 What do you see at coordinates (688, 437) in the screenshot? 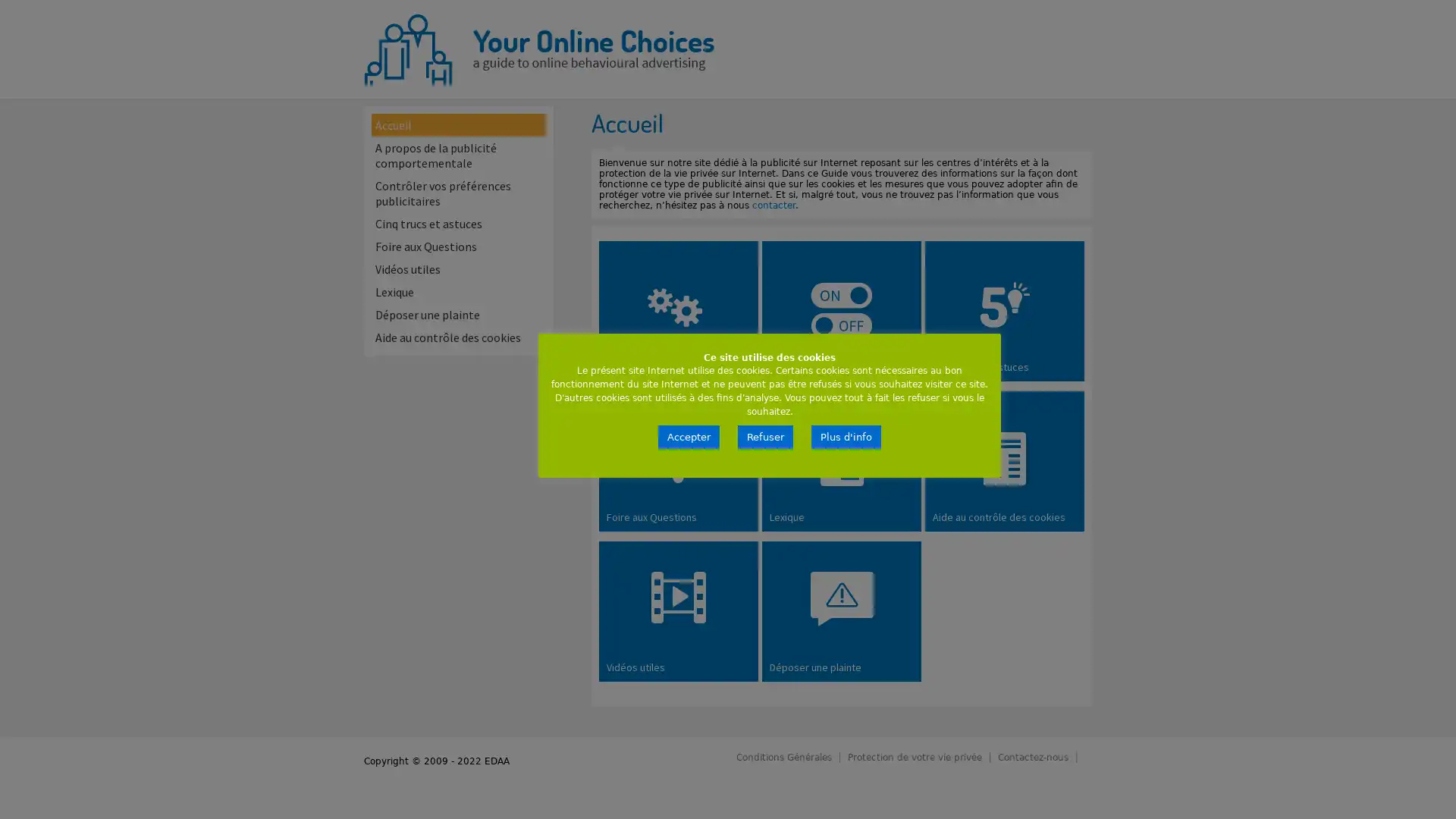
I see `Accepter` at bounding box center [688, 437].